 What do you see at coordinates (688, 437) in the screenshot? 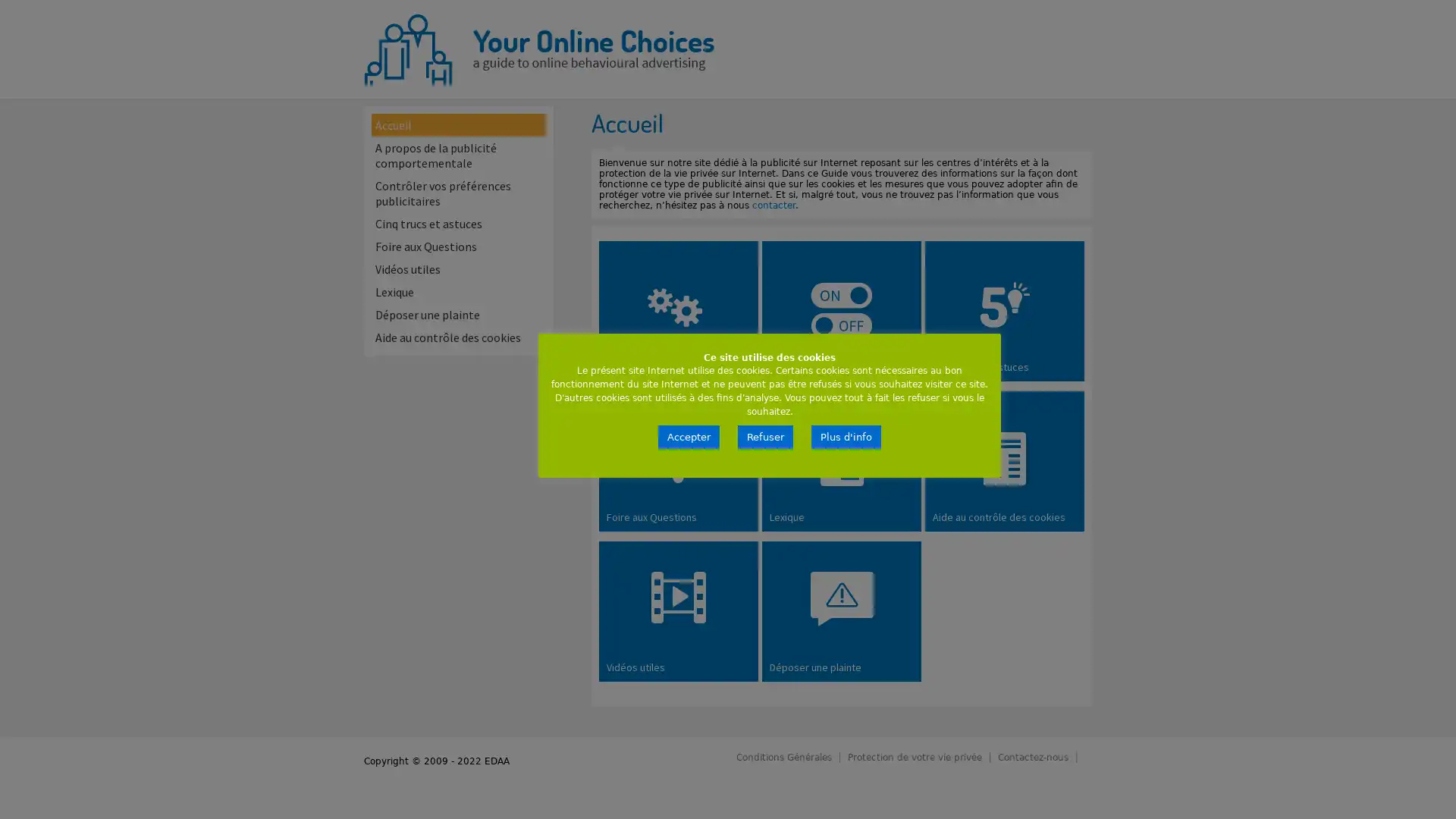
I see `Accepter` at bounding box center [688, 437].